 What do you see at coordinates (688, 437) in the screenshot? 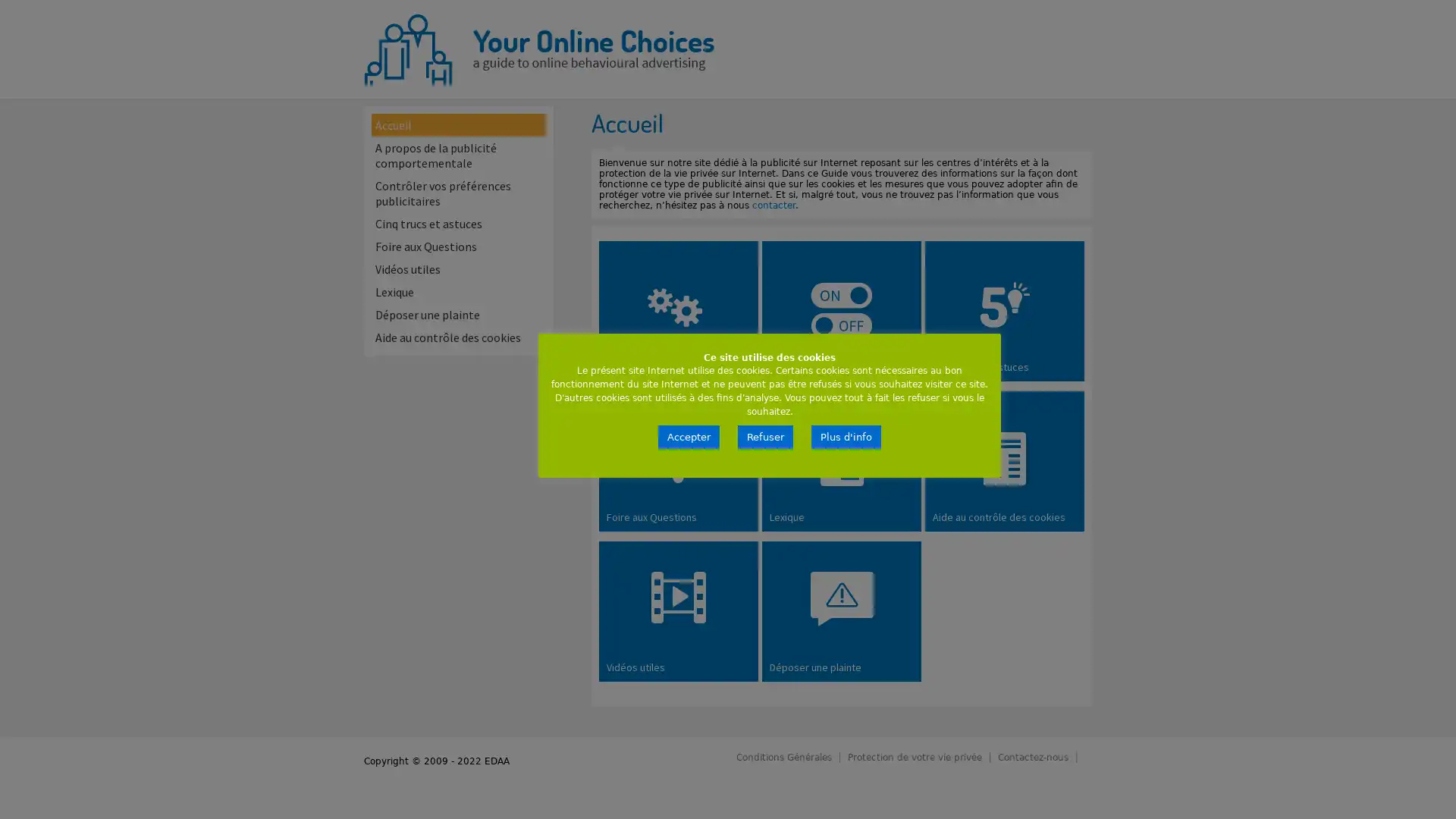
I see `Accepter` at bounding box center [688, 437].